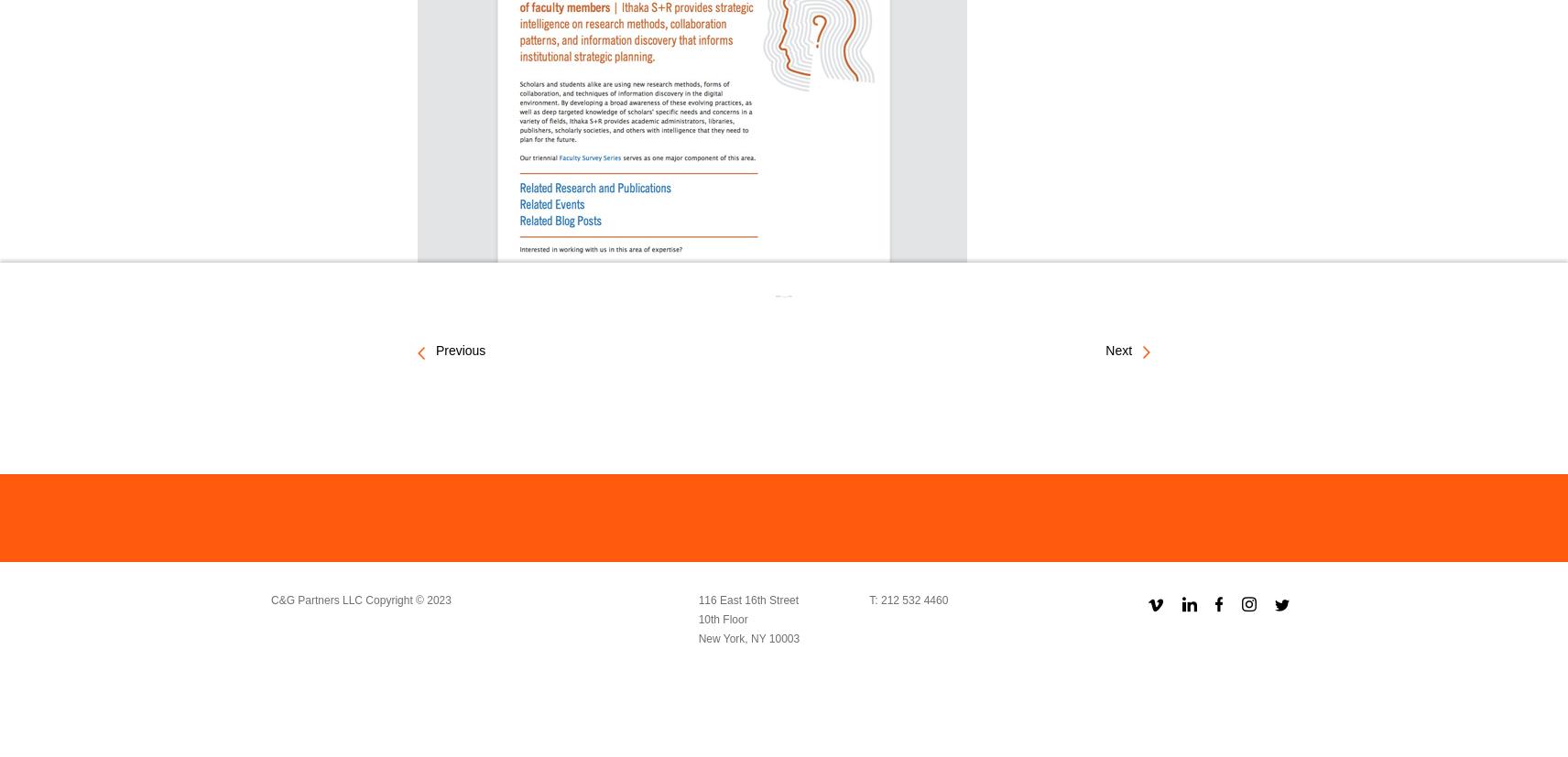  I want to click on 'site for yourself.', so click(673, 298).